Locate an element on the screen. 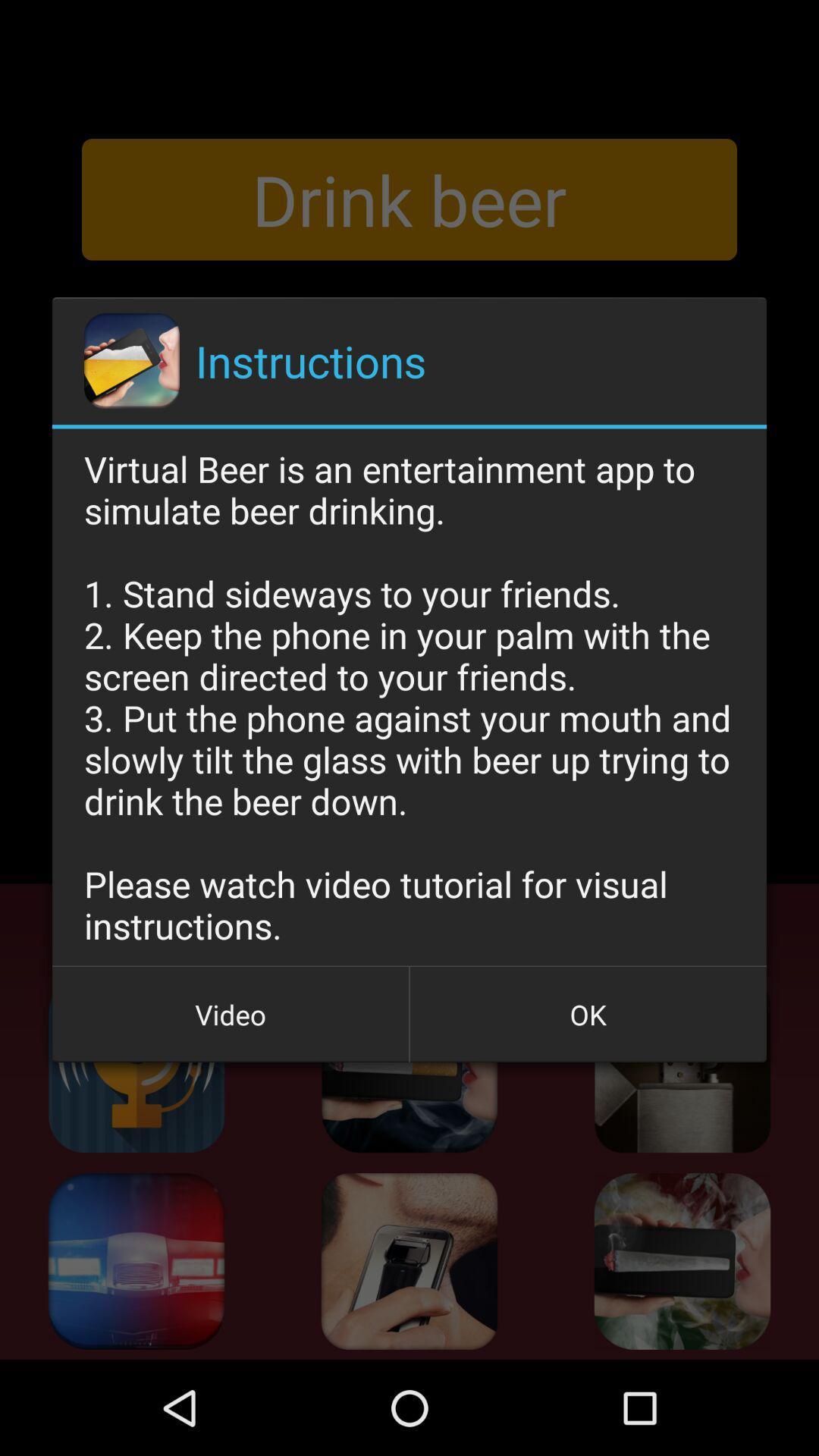 The width and height of the screenshot is (819, 1456). video icon is located at coordinates (231, 1015).